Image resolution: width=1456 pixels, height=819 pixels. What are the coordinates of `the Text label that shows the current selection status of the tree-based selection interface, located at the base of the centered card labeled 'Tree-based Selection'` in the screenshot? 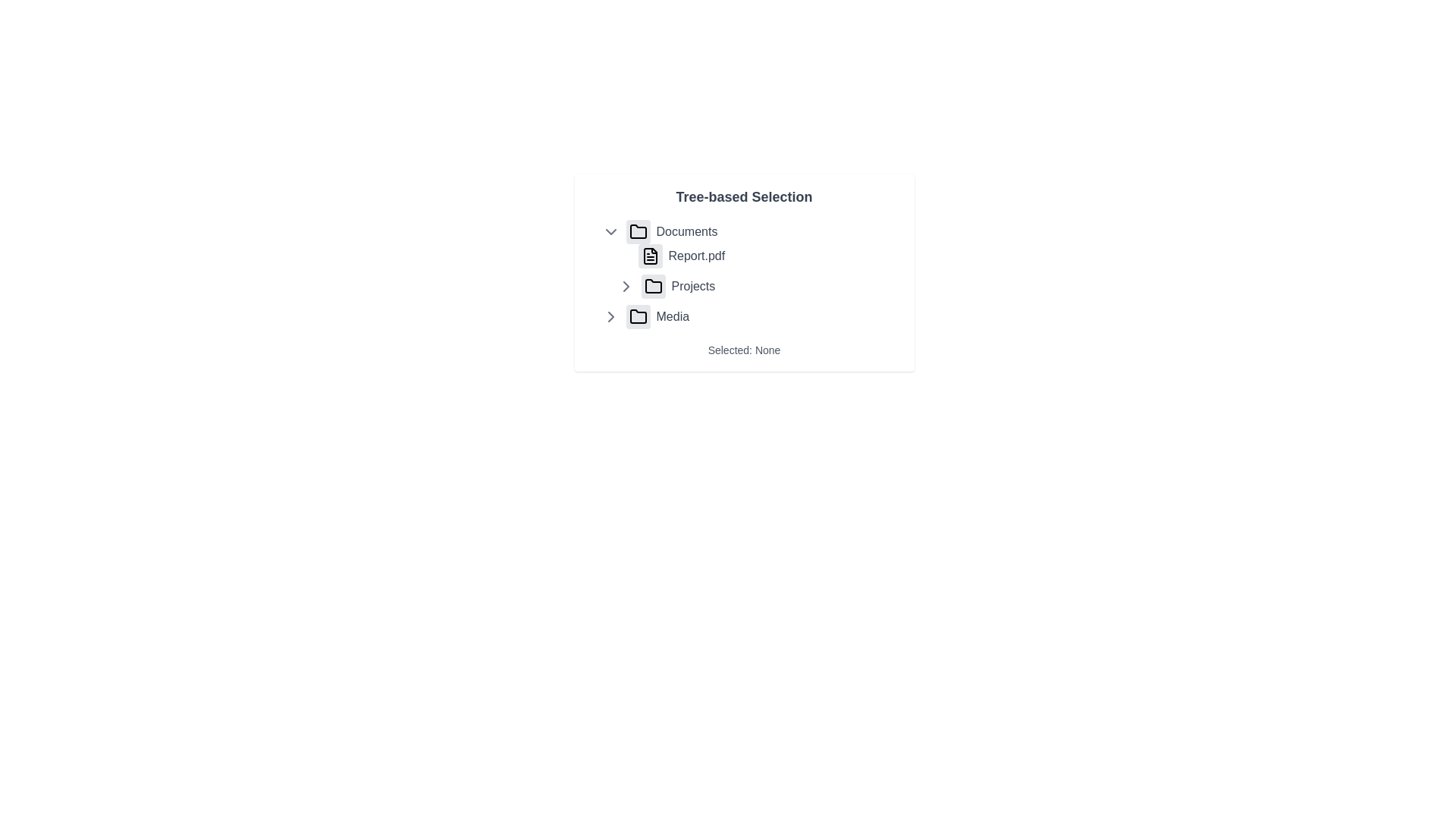 It's located at (744, 350).